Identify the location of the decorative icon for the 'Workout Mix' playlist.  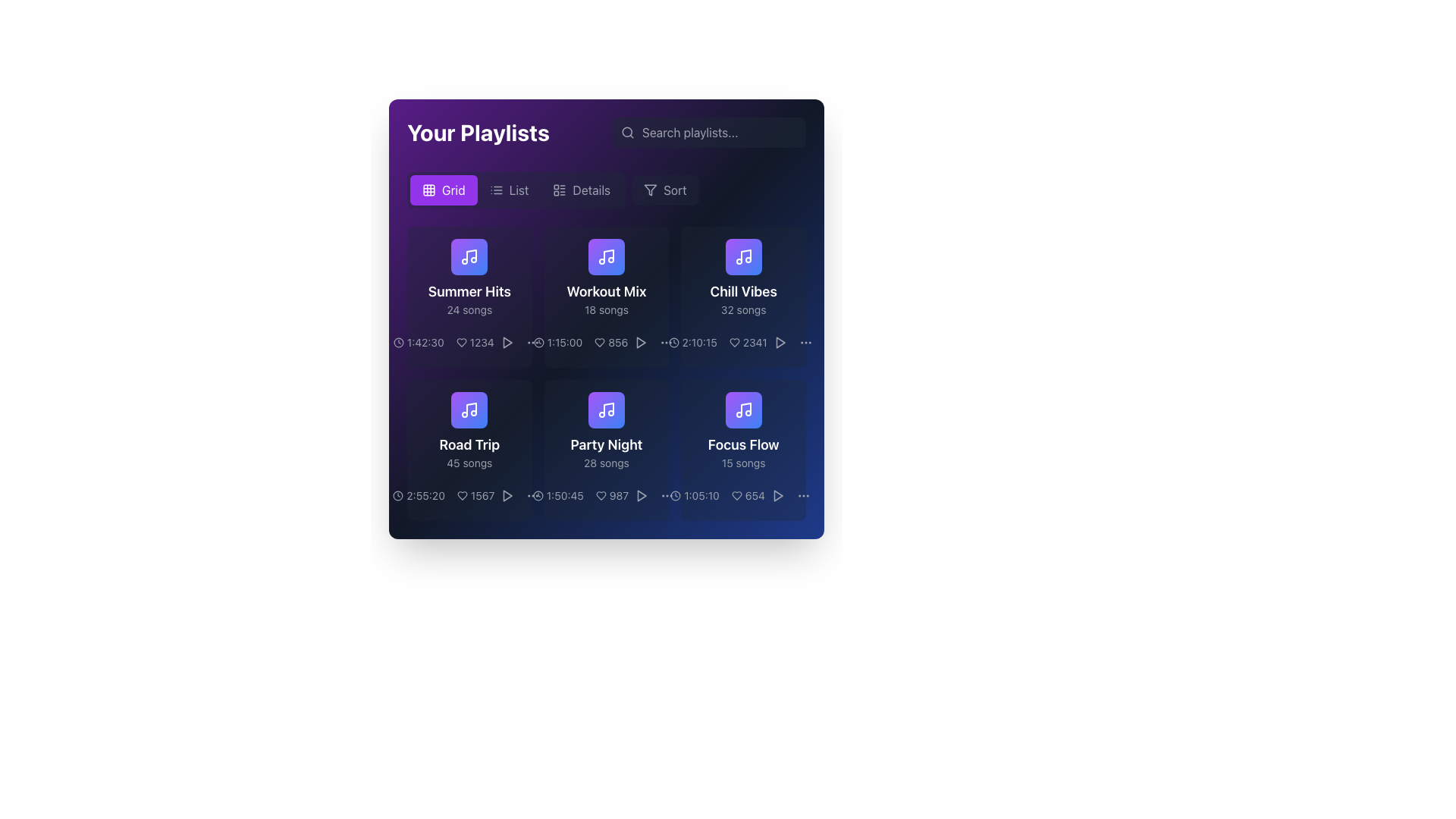
(607, 256).